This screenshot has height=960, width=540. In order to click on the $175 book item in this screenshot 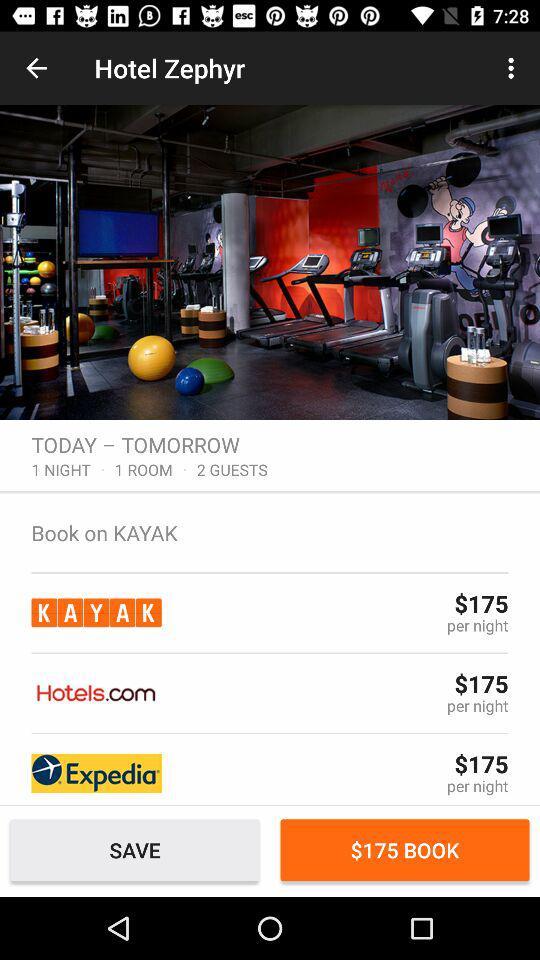, I will do `click(405, 849)`.